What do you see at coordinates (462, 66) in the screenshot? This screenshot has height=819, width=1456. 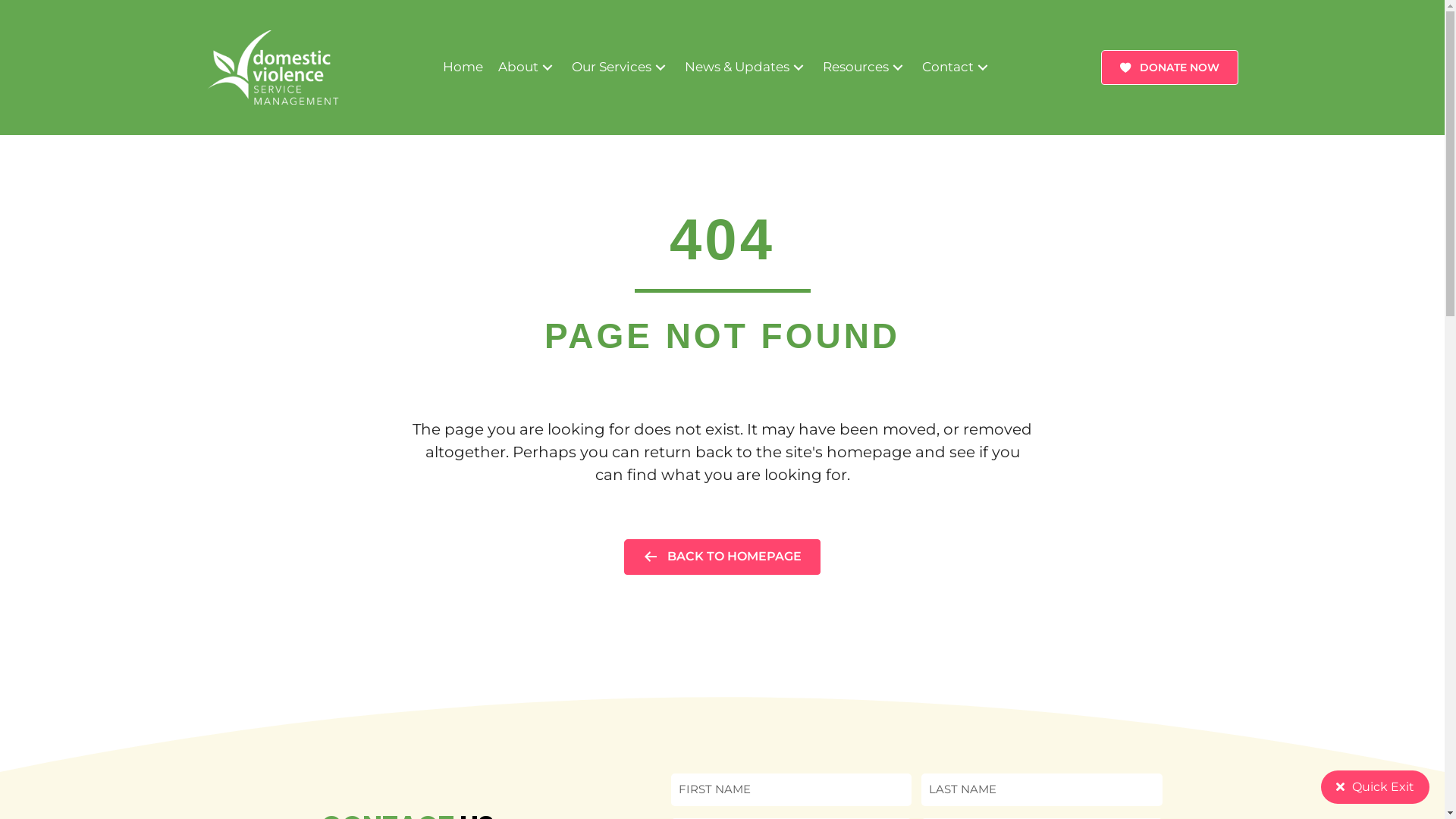 I see `'Home'` at bounding box center [462, 66].